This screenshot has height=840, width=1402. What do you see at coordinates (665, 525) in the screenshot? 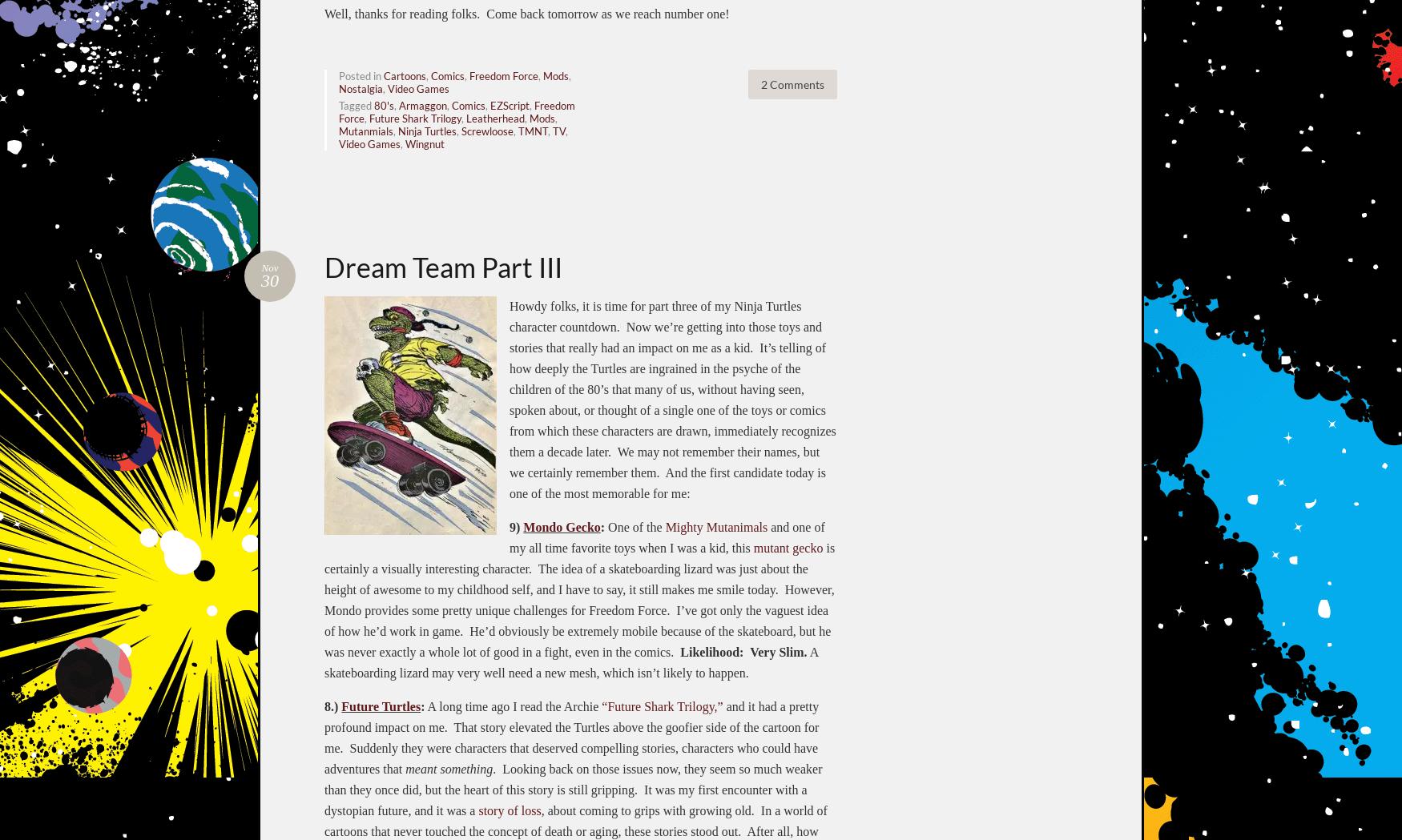
I see `'Mighty Mutanimals'` at bounding box center [665, 525].